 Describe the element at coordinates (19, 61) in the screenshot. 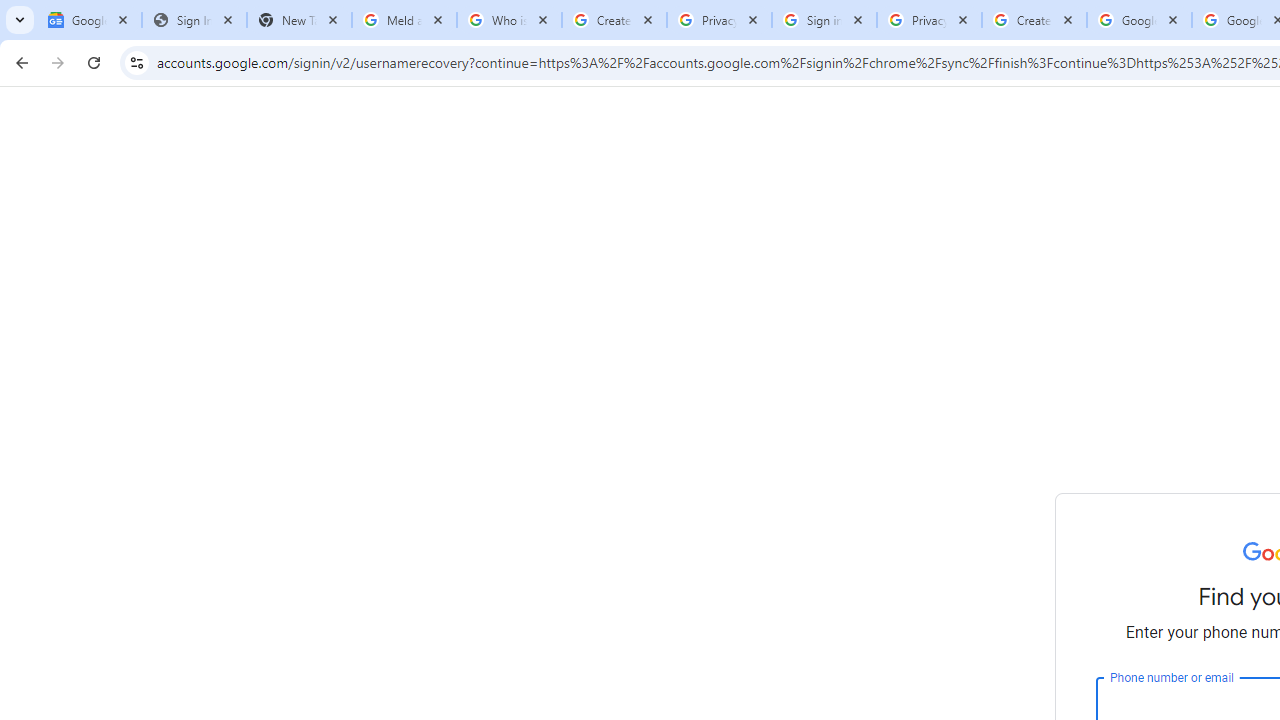

I see `'Back'` at that location.